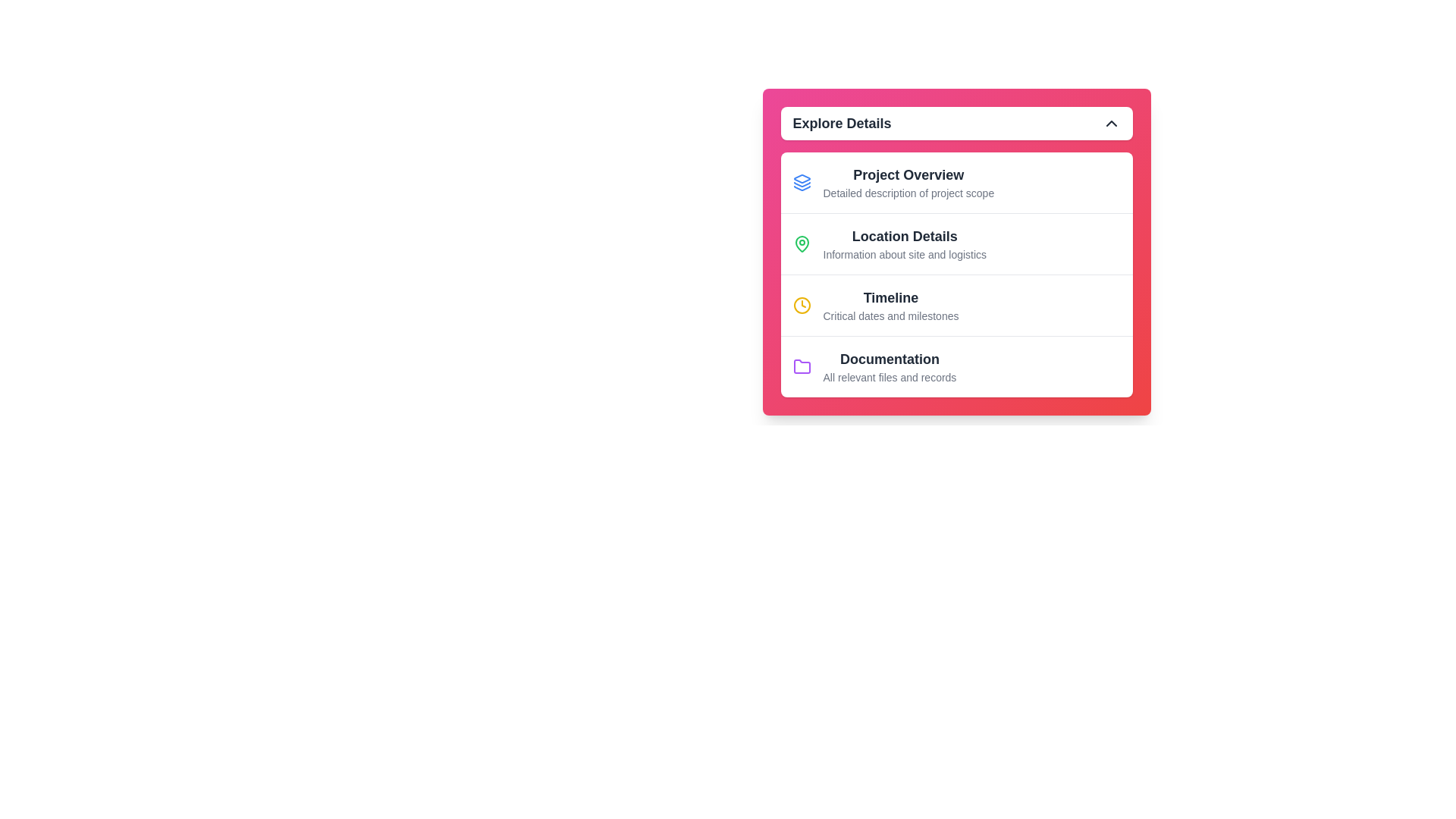 The image size is (1456, 819). Describe the element at coordinates (801, 243) in the screenshot. I see `the location-related icon positioned to the left of 'Location Details' in the 'Explore Details' panel to gather its meaning` at that location.